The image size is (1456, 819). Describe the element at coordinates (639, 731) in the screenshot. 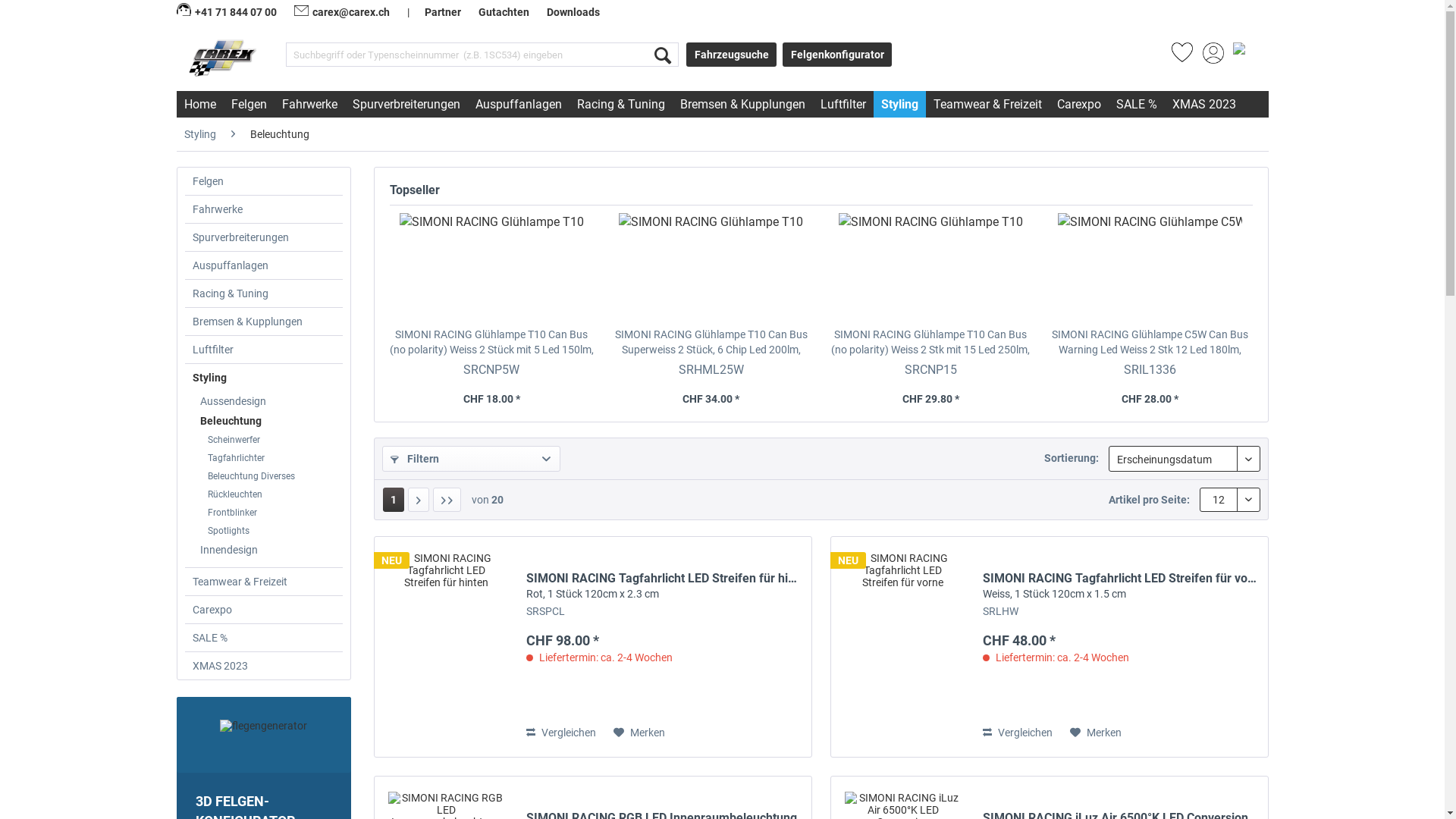

I see `'Merken'` at that location.